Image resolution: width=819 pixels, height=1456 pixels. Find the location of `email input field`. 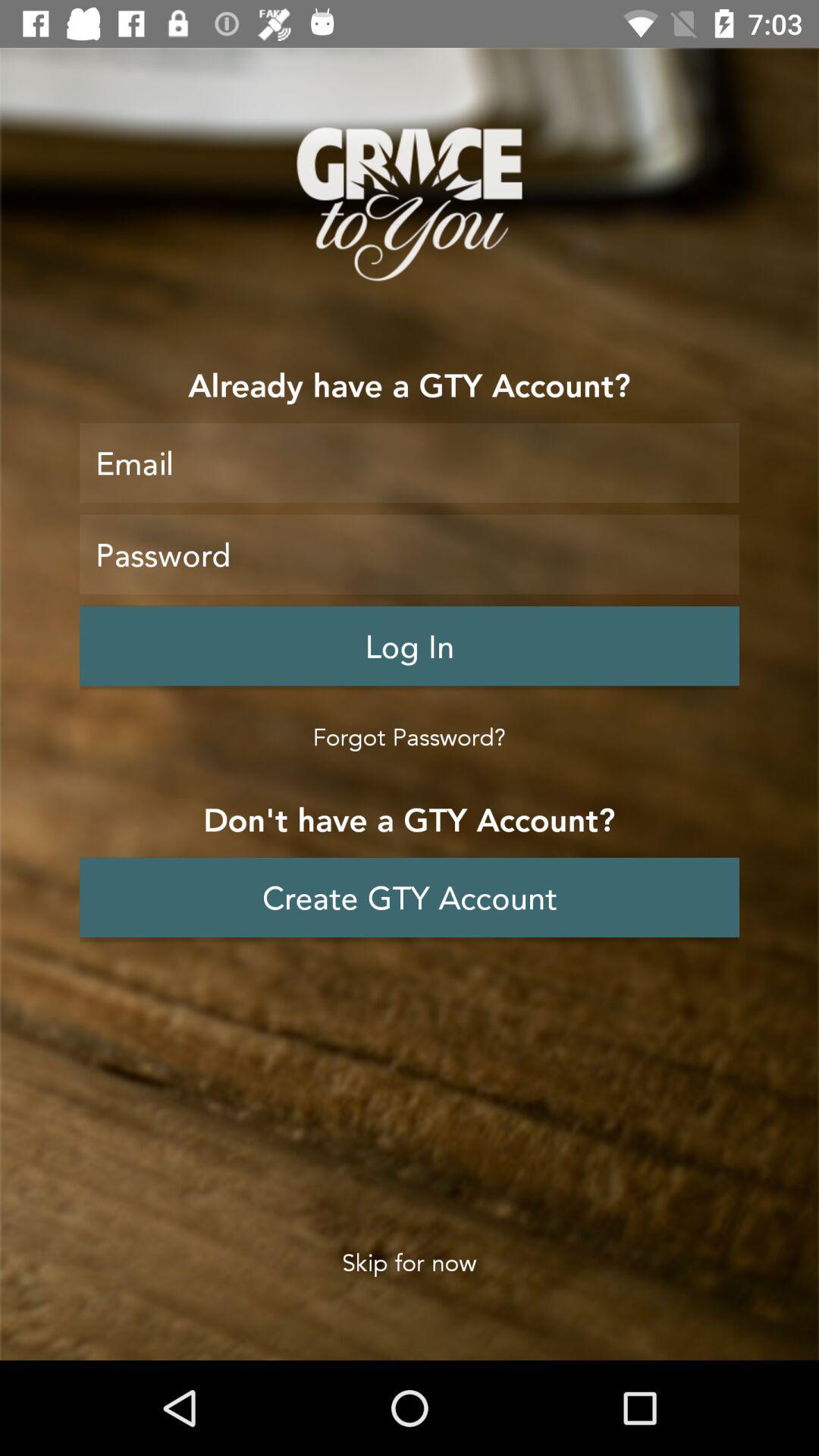

email input field is located at coordinates (409, 462).